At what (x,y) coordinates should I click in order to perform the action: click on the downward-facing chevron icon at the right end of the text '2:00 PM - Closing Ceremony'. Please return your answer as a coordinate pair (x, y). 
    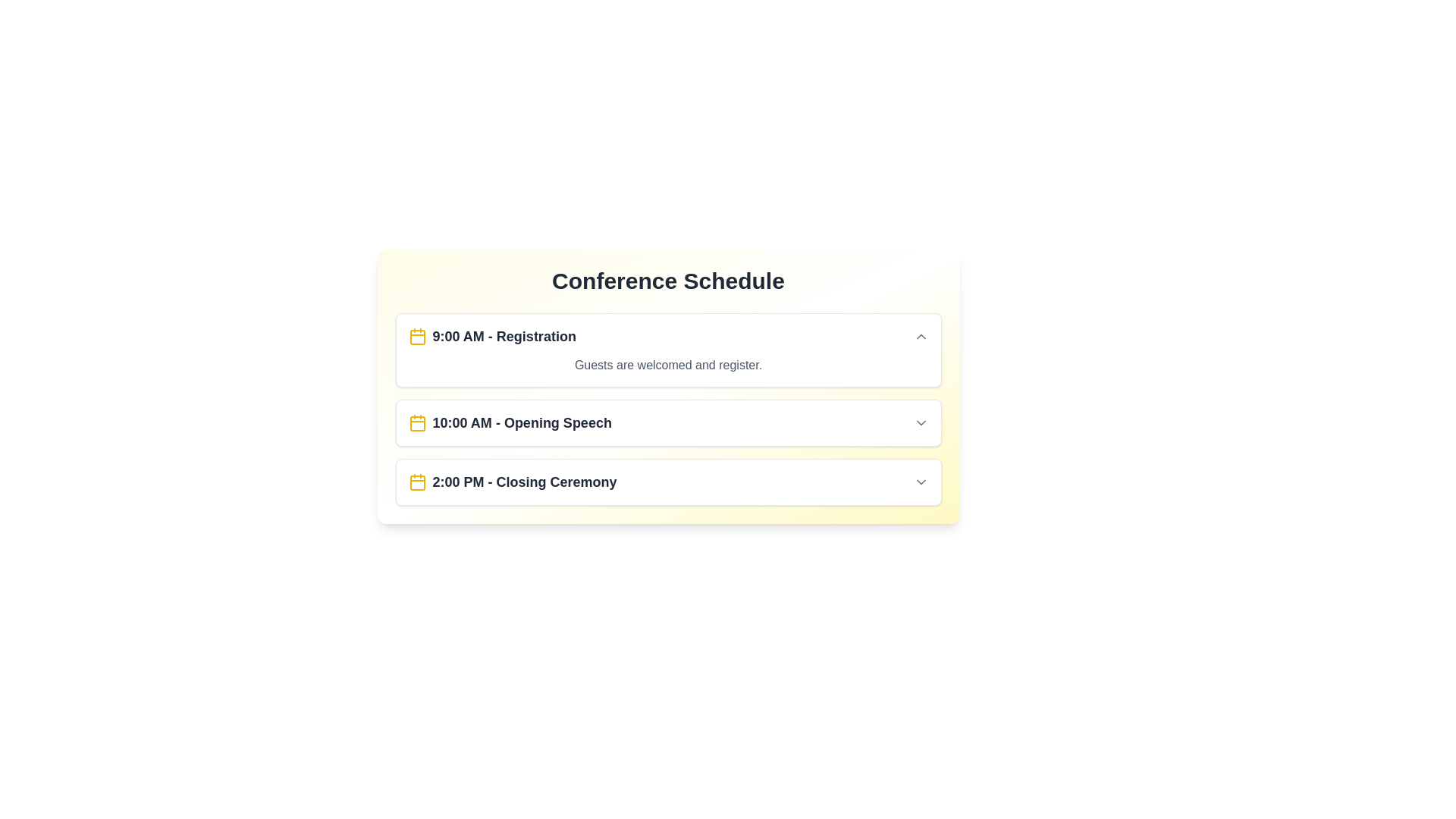
    Looking at the image, I should click on (920, 482).